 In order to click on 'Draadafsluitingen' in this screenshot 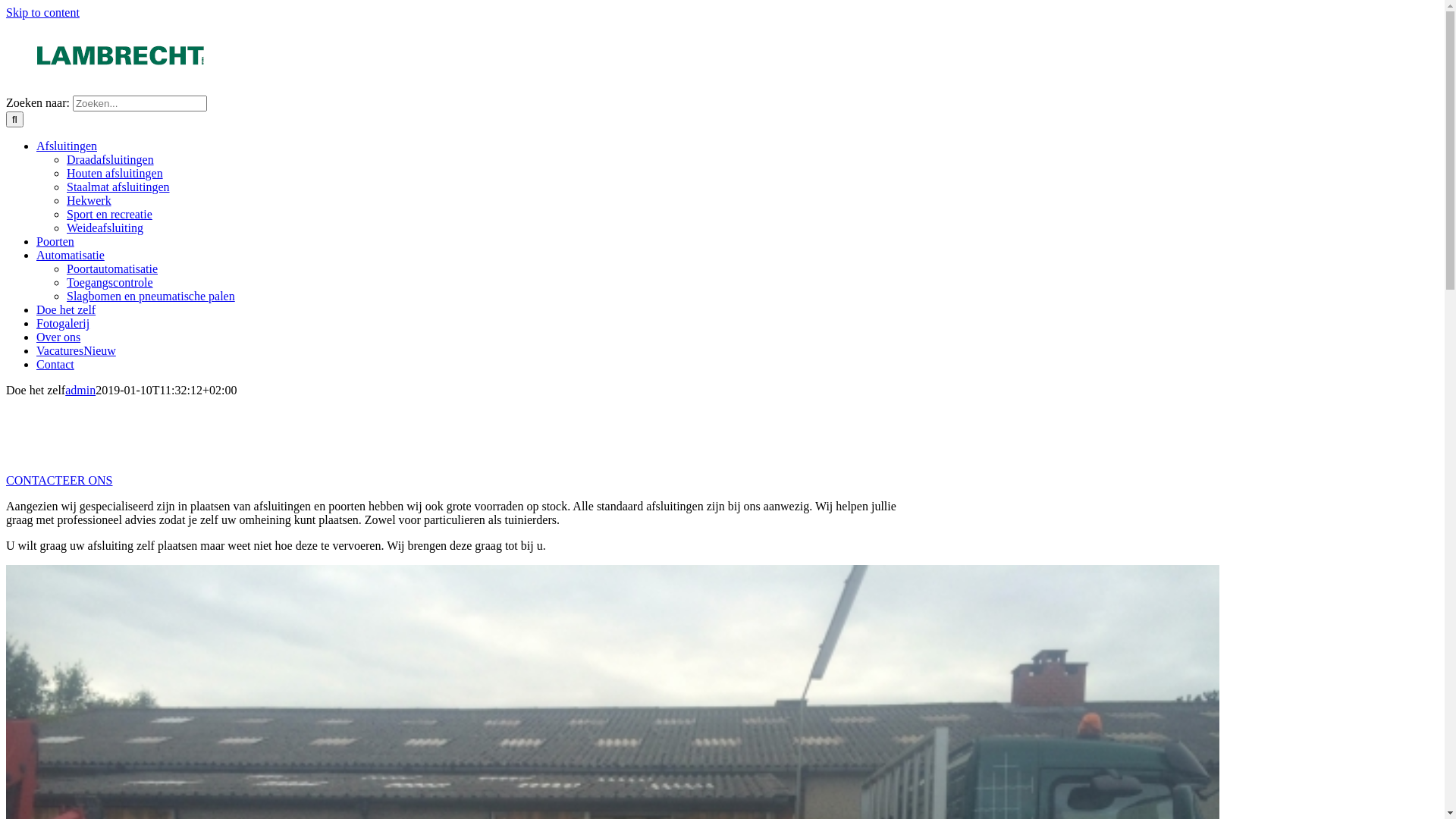, I will do `click(109, 159)`.